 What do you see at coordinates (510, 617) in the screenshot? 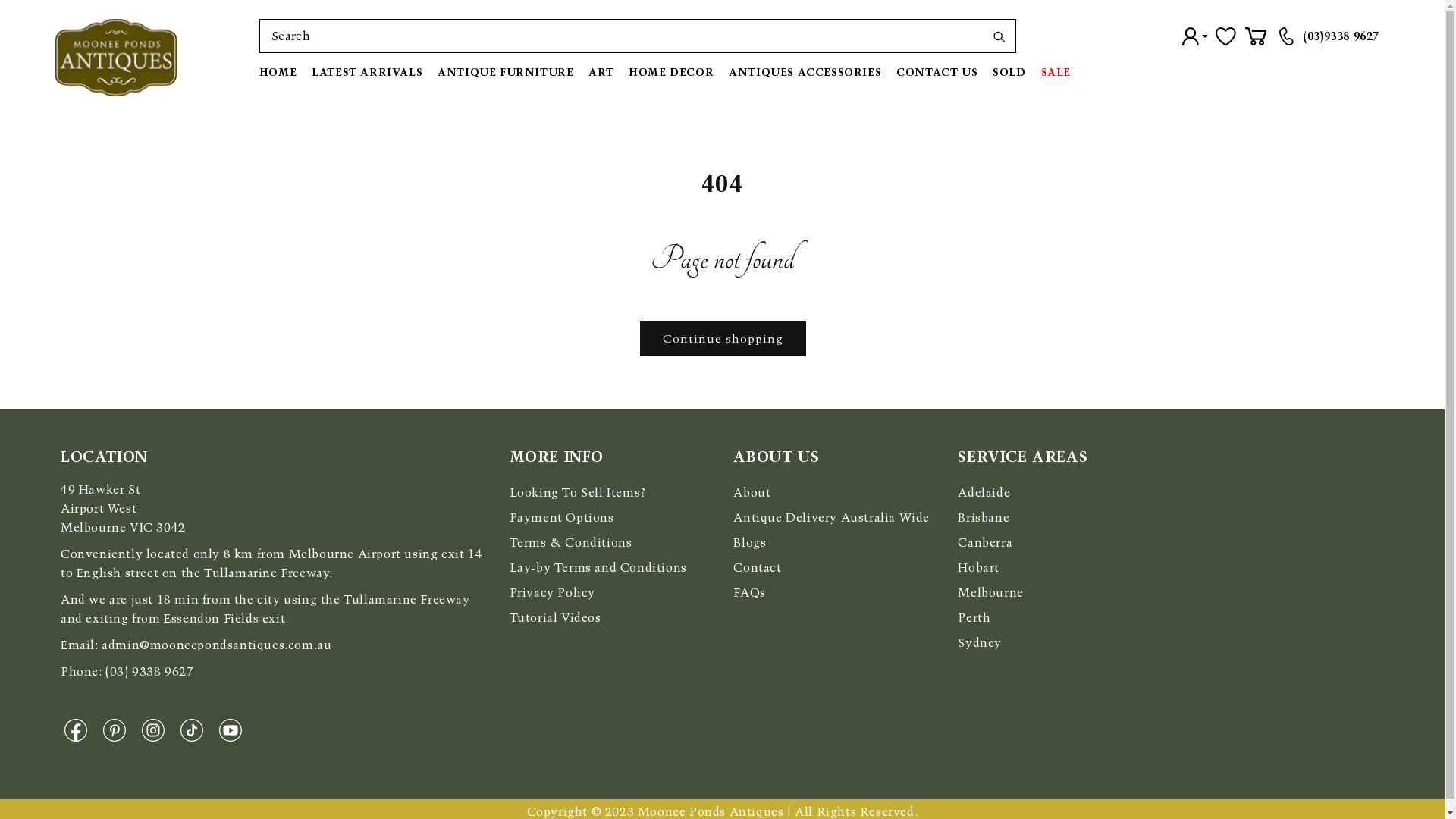
I see `'Tutorial Videos'` at bounding box center [510, 617].